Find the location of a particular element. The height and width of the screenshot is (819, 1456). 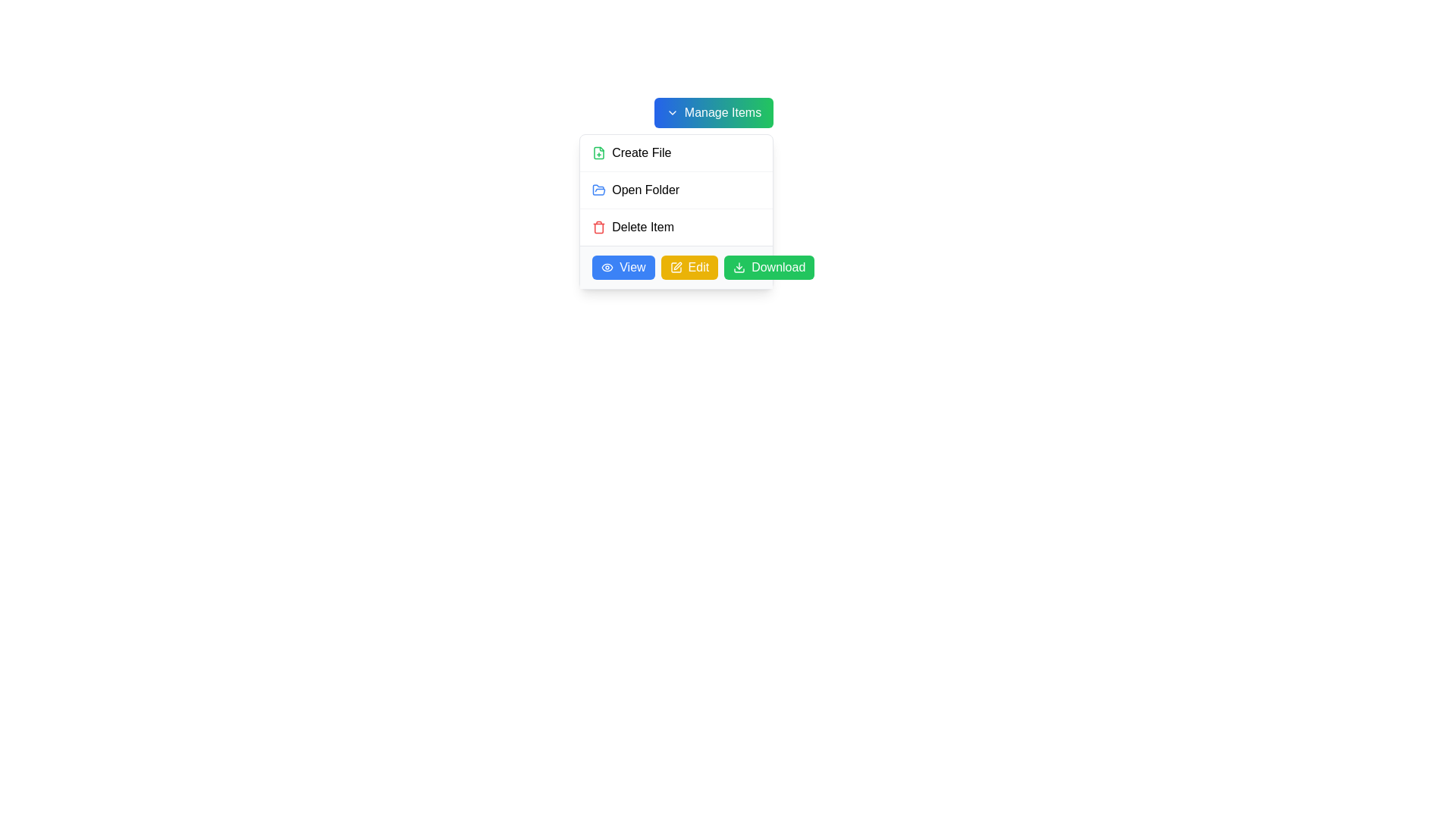

the 'Delete' button, which is the third item in the 'Manage Items' dropdown menu located below the 'Open Folder' option is located at coordinates (676, 227).